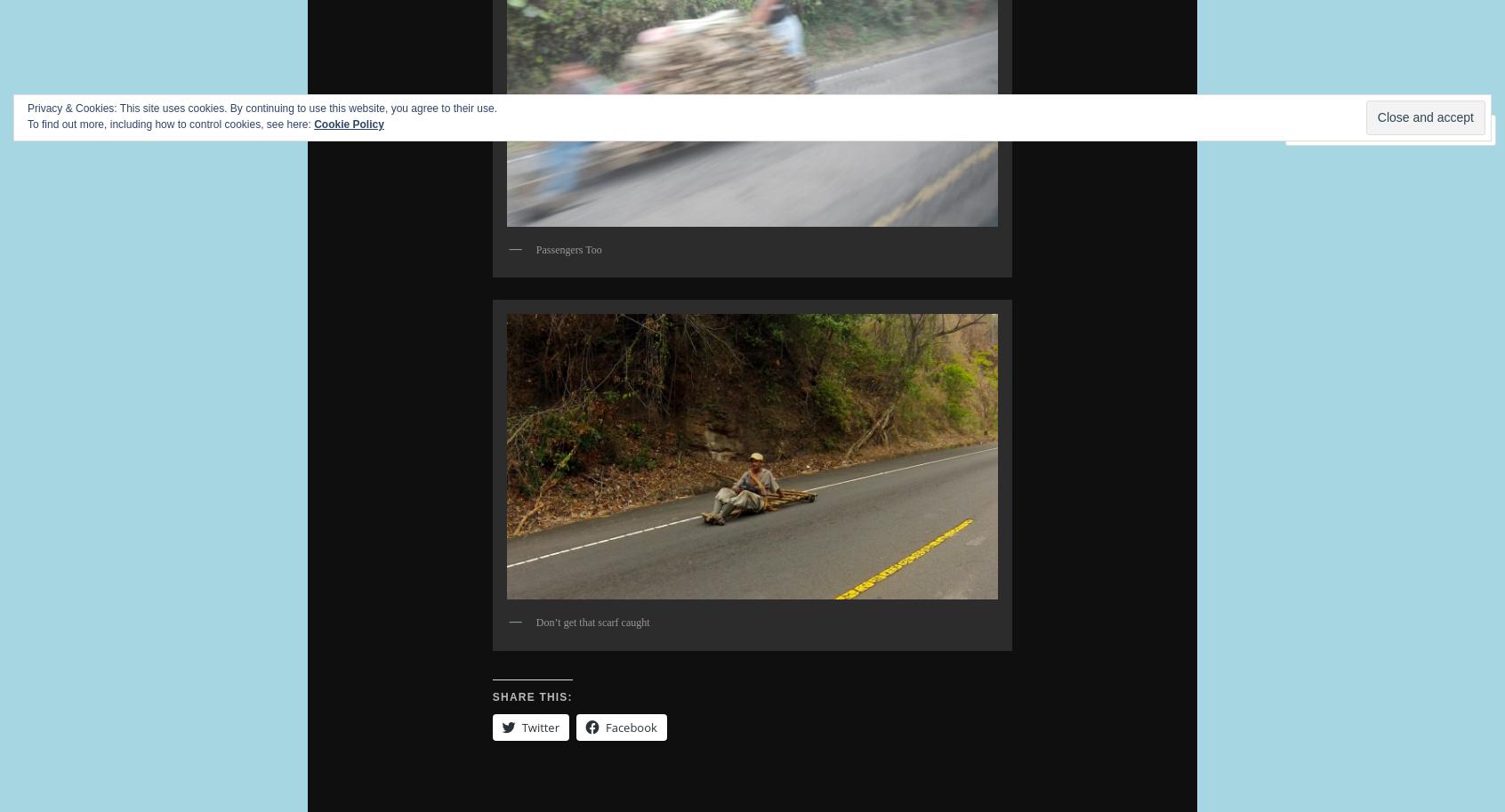  Describe the element at coordinates (629, 726) in the screenshot. I see `'Facebook'` at that location.